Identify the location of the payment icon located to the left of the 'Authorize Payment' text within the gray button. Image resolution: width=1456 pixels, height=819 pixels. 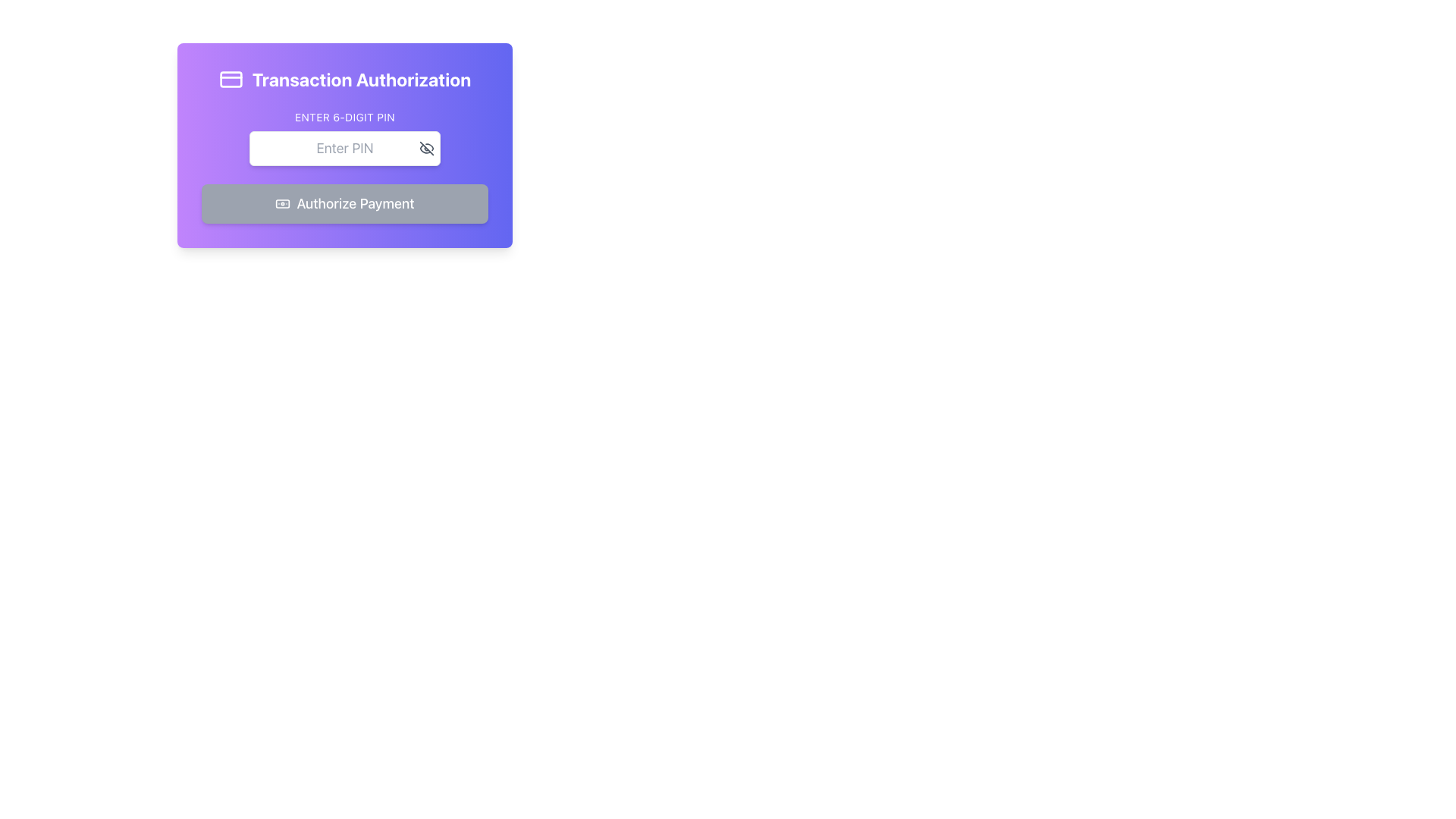
(283, 203).